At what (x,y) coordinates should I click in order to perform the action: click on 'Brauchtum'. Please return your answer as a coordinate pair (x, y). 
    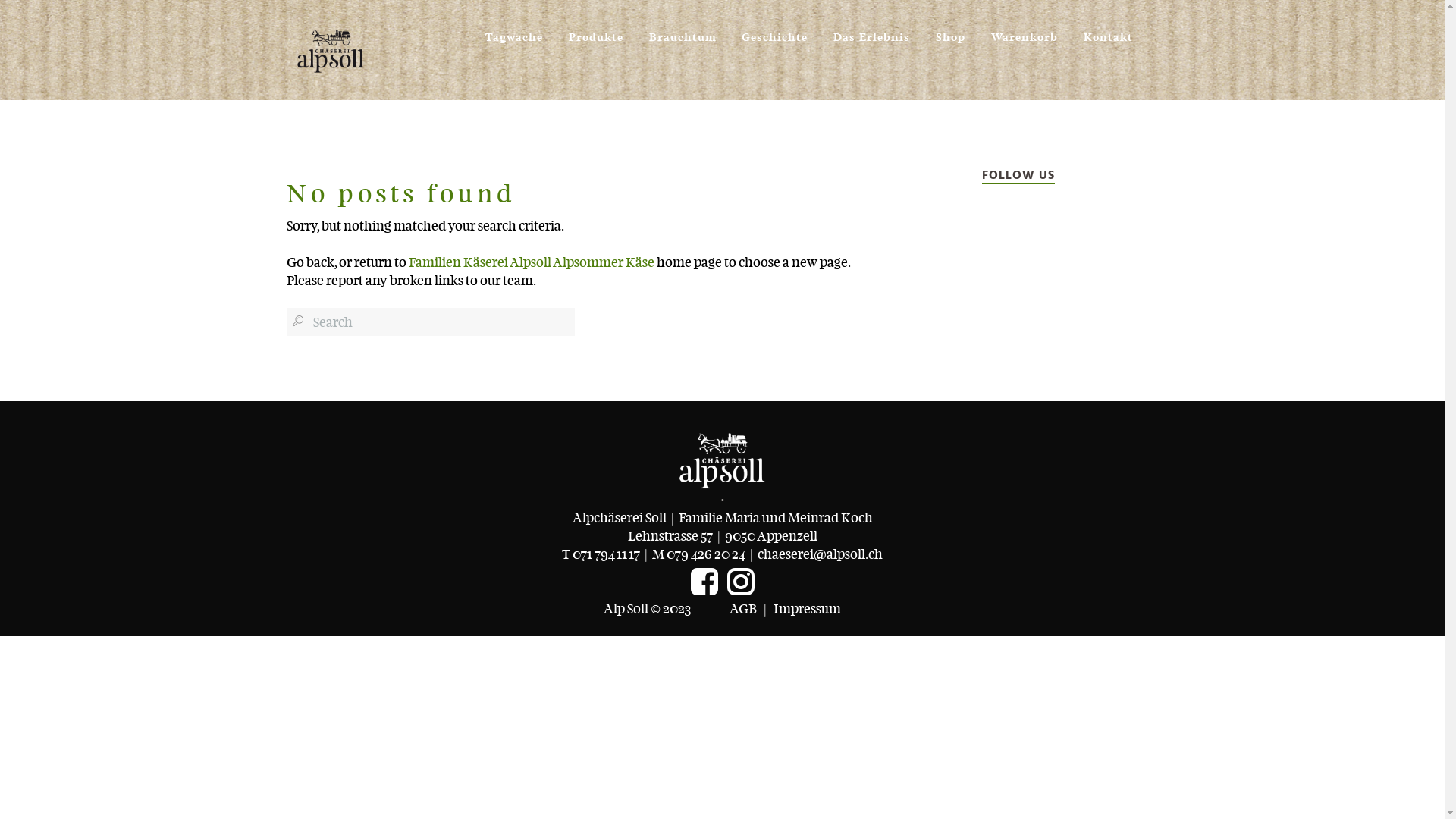
    Looking at the image, I should click on (648, 30).